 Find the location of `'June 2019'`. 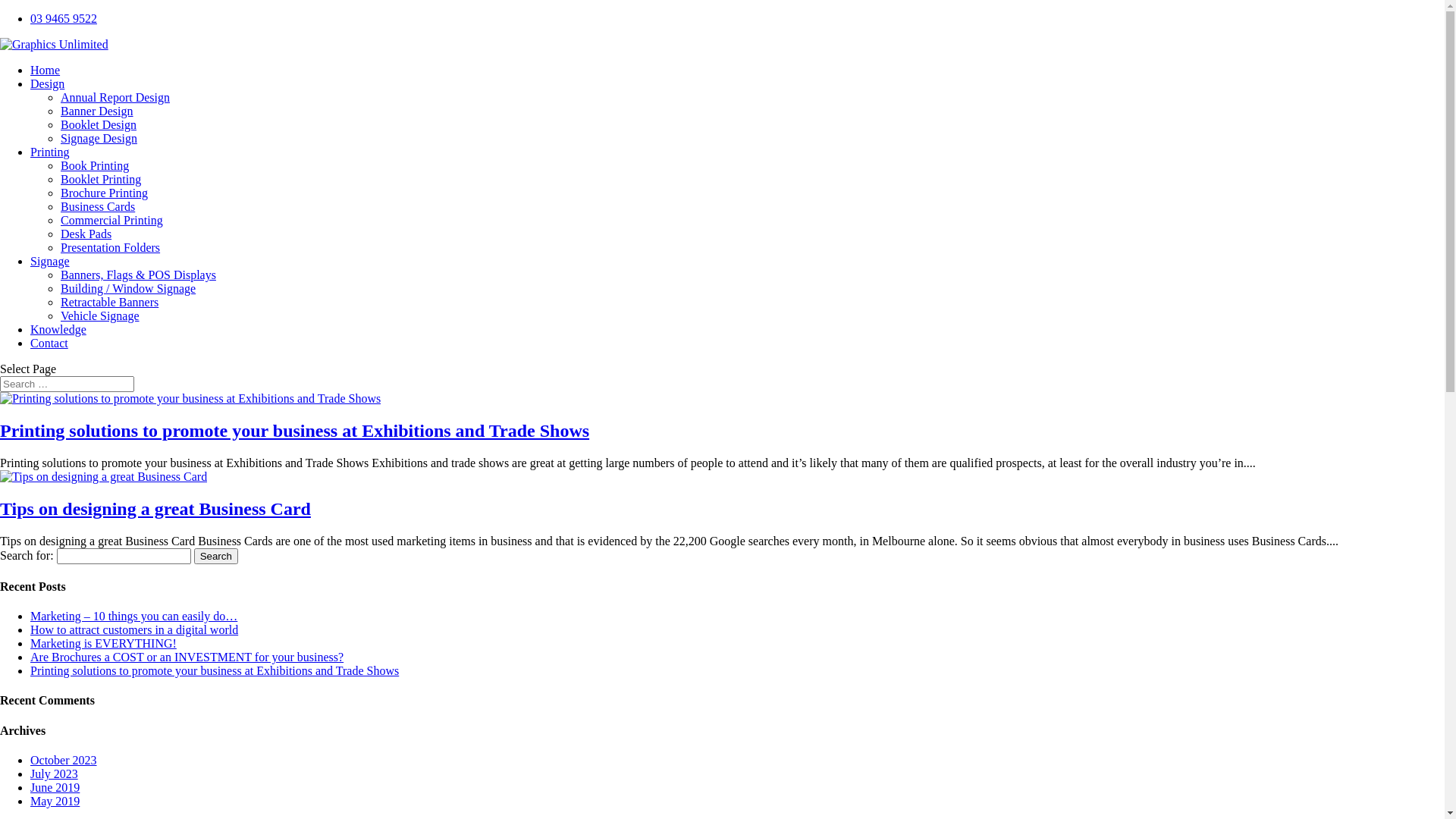

'June 2019' is located at coordinates (55, 786).